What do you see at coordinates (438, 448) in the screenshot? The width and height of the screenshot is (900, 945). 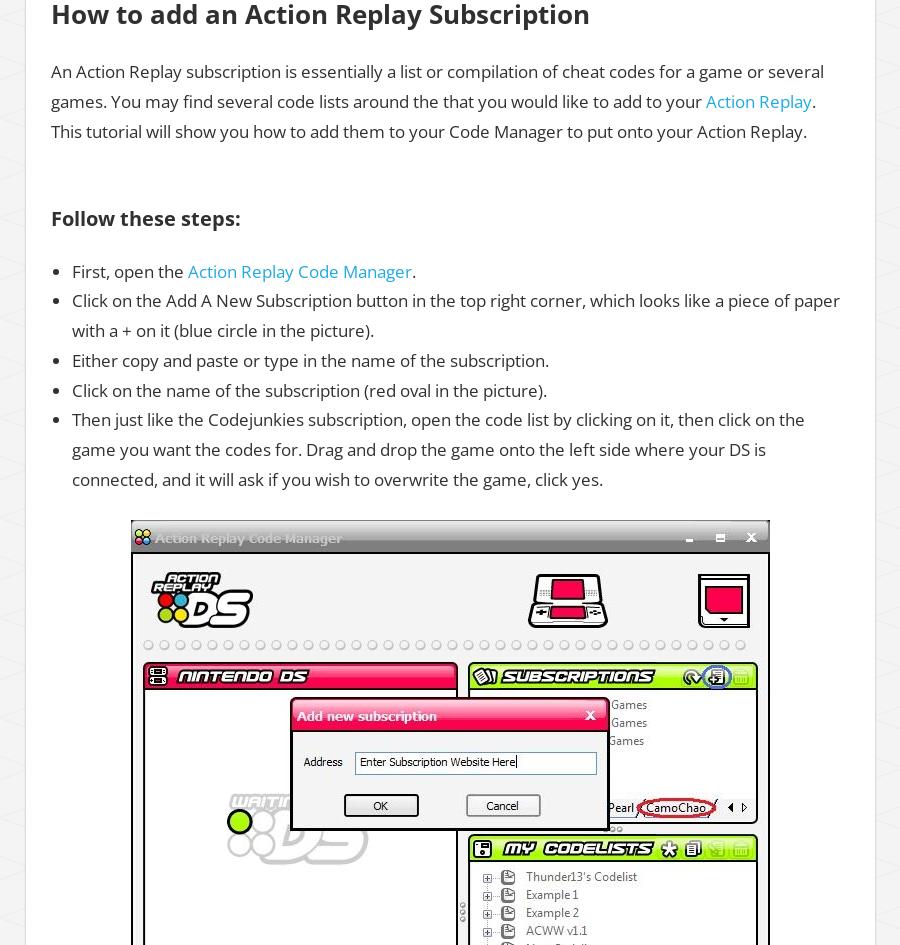 I see `'Then just like the Codejunkies subscription, open the code list by clicking on it, then click on the game you want the codes for. Drag and drop the game onto the left side where your DS is connected, and it will ask if you wish to overwrite the game, click yes.'` at bounding box center [438, 448].